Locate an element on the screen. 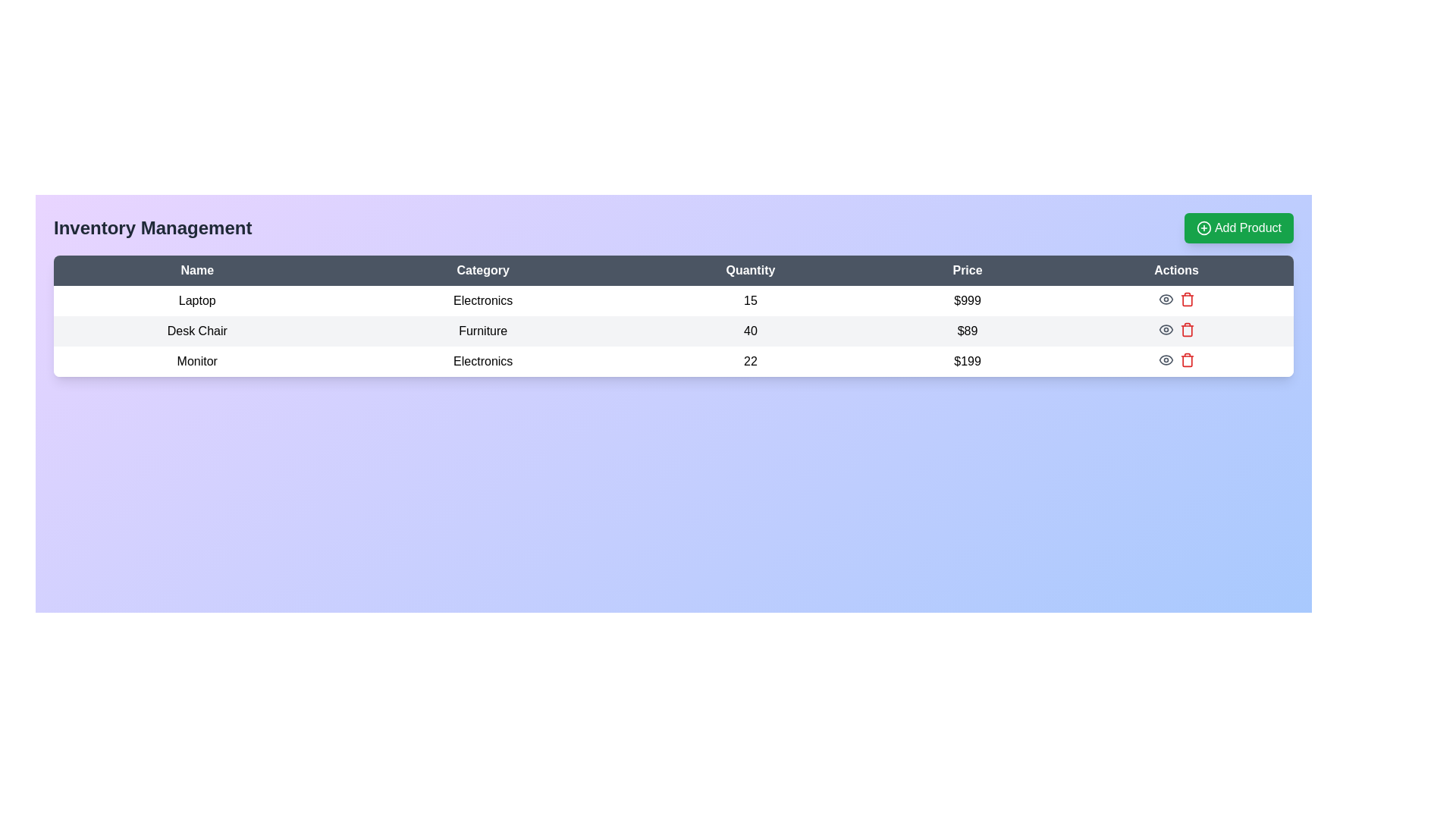 Image resolution: width=1456 pixels, height=819 pixels. the static text displaying the number '15' in the 'Quantity' column of the table, located between the 'Electronics' category cell and the '$999' price cell is located at coordinates (750, 301).